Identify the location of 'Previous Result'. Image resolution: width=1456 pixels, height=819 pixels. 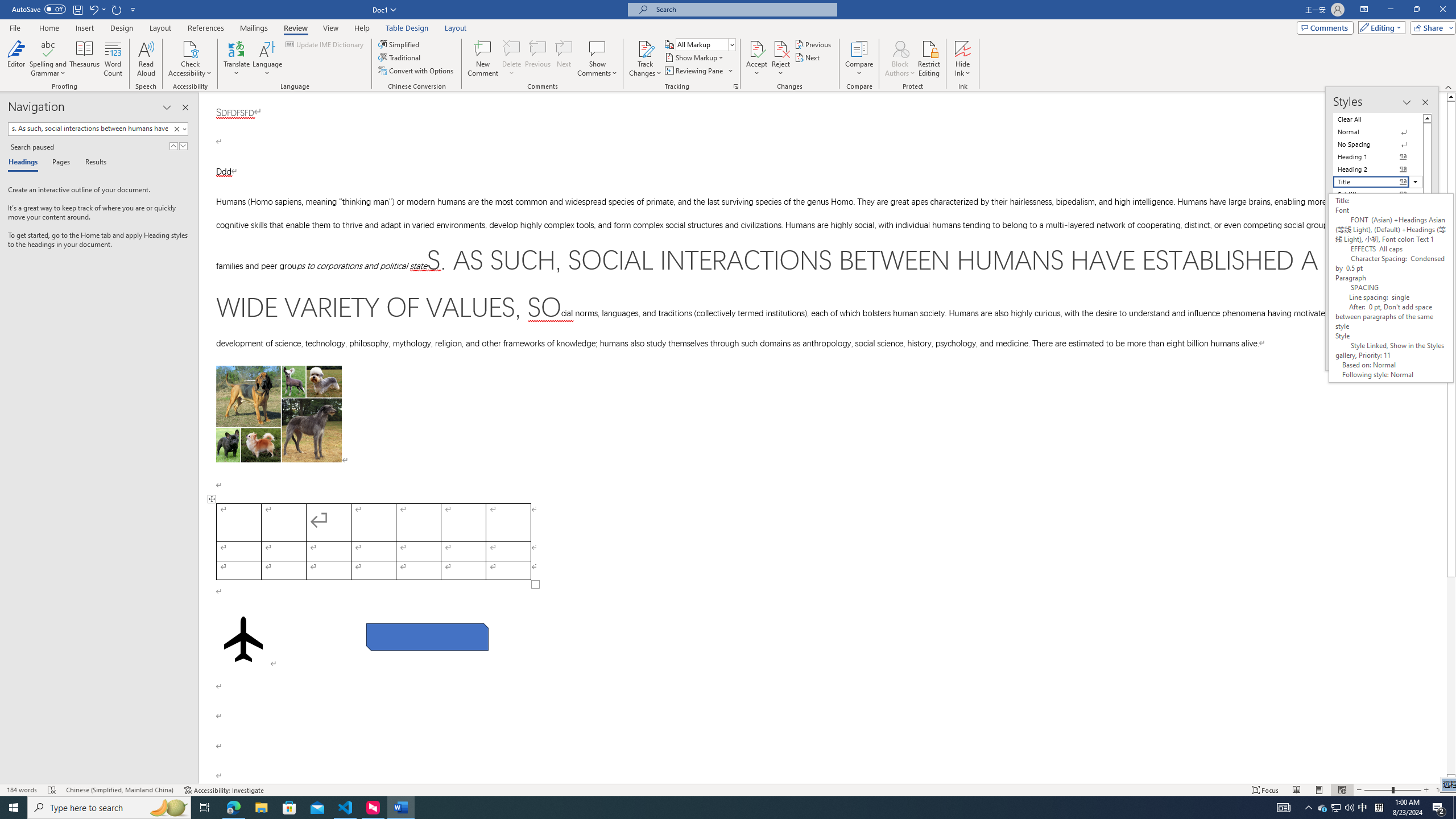
(173, 146).